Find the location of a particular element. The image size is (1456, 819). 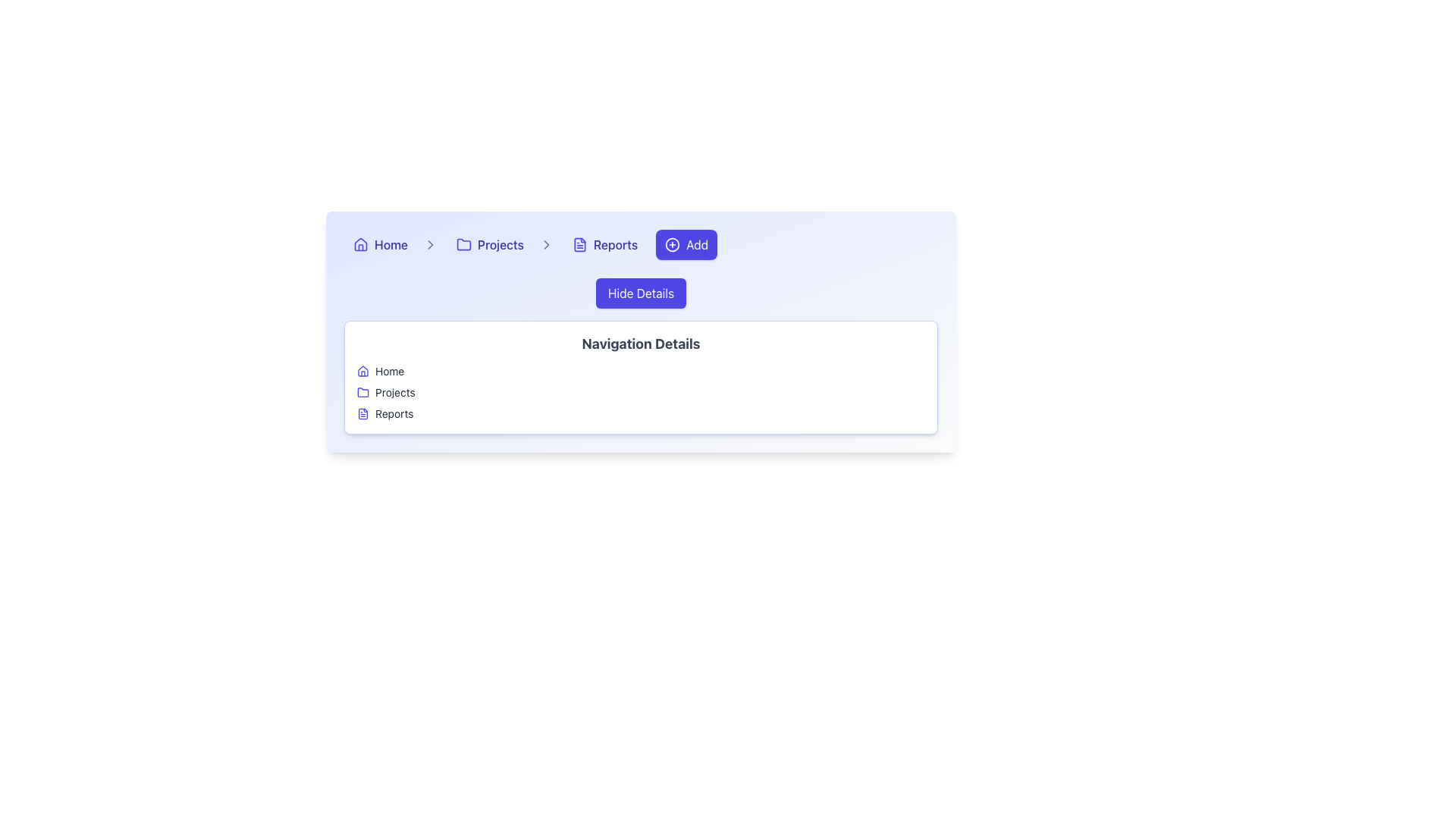

the 'Home' icon in the top left corner of the navigation bar is located at coordinates (359, 243).